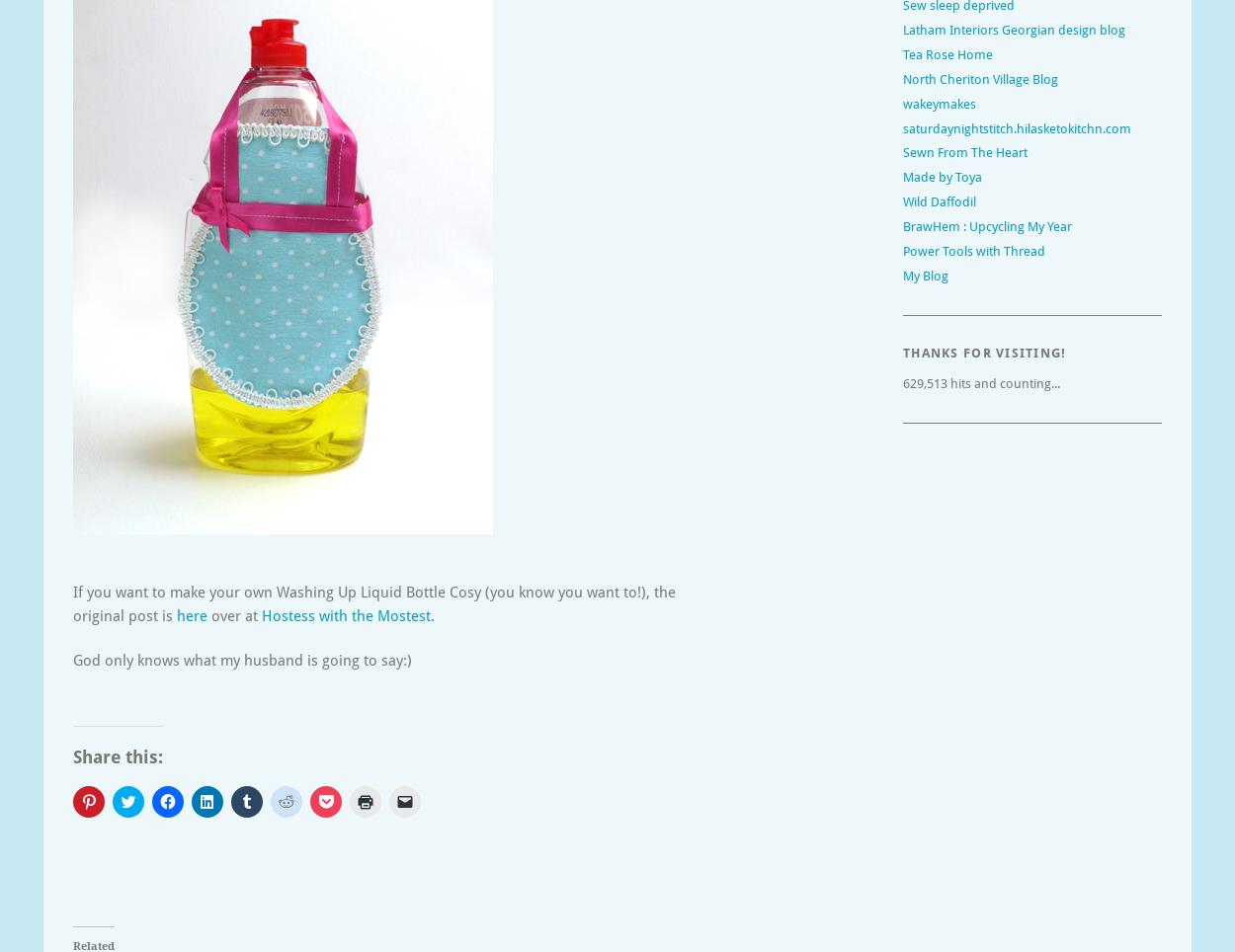  What do you see at coordinates (972, 250) in the screenshot?
I see `'Power Tools with Thread'` at bounding box center [972, 250].